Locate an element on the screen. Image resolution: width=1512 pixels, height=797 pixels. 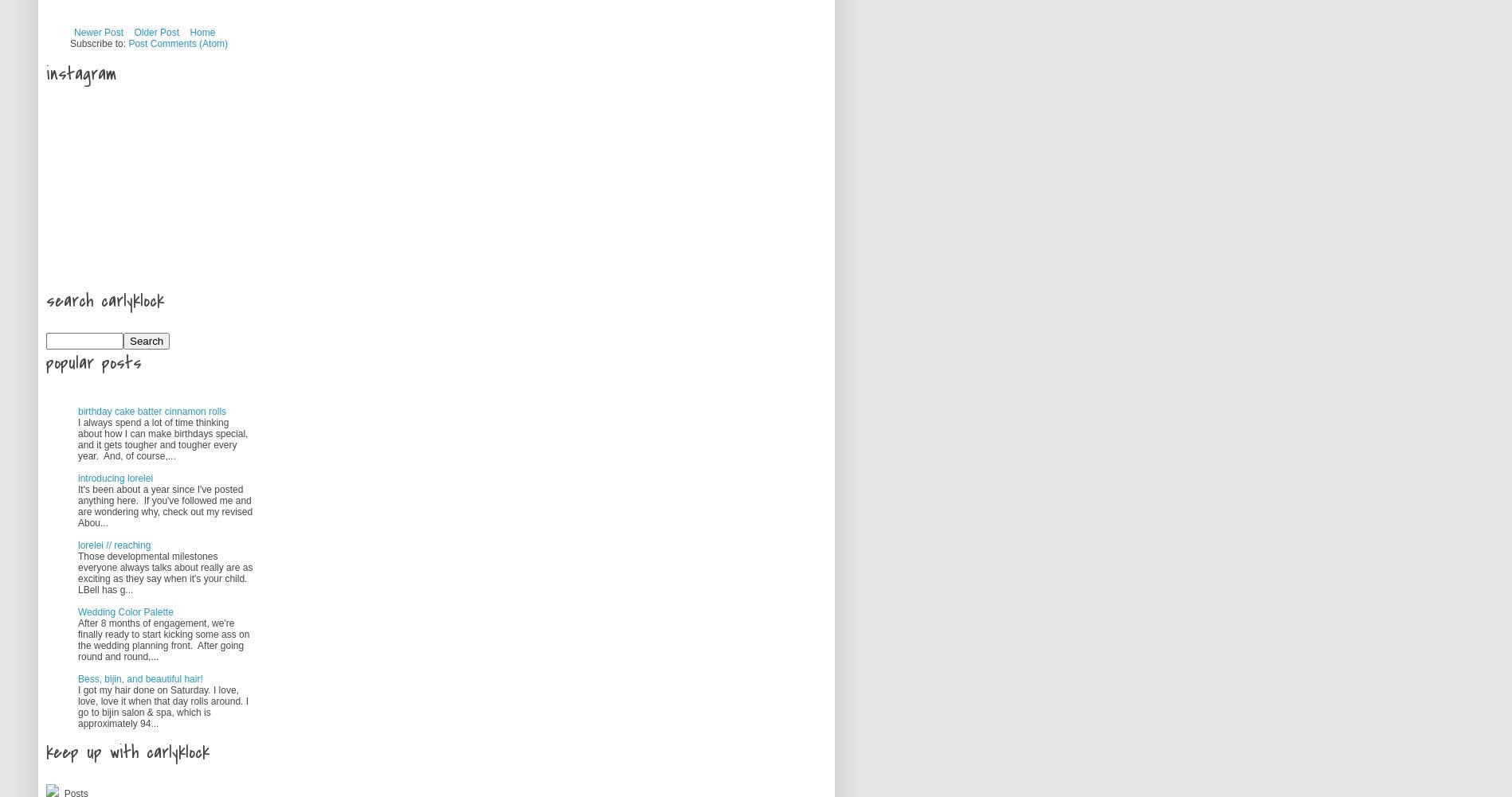
'Older Post' is located at coordinates (155, 33).